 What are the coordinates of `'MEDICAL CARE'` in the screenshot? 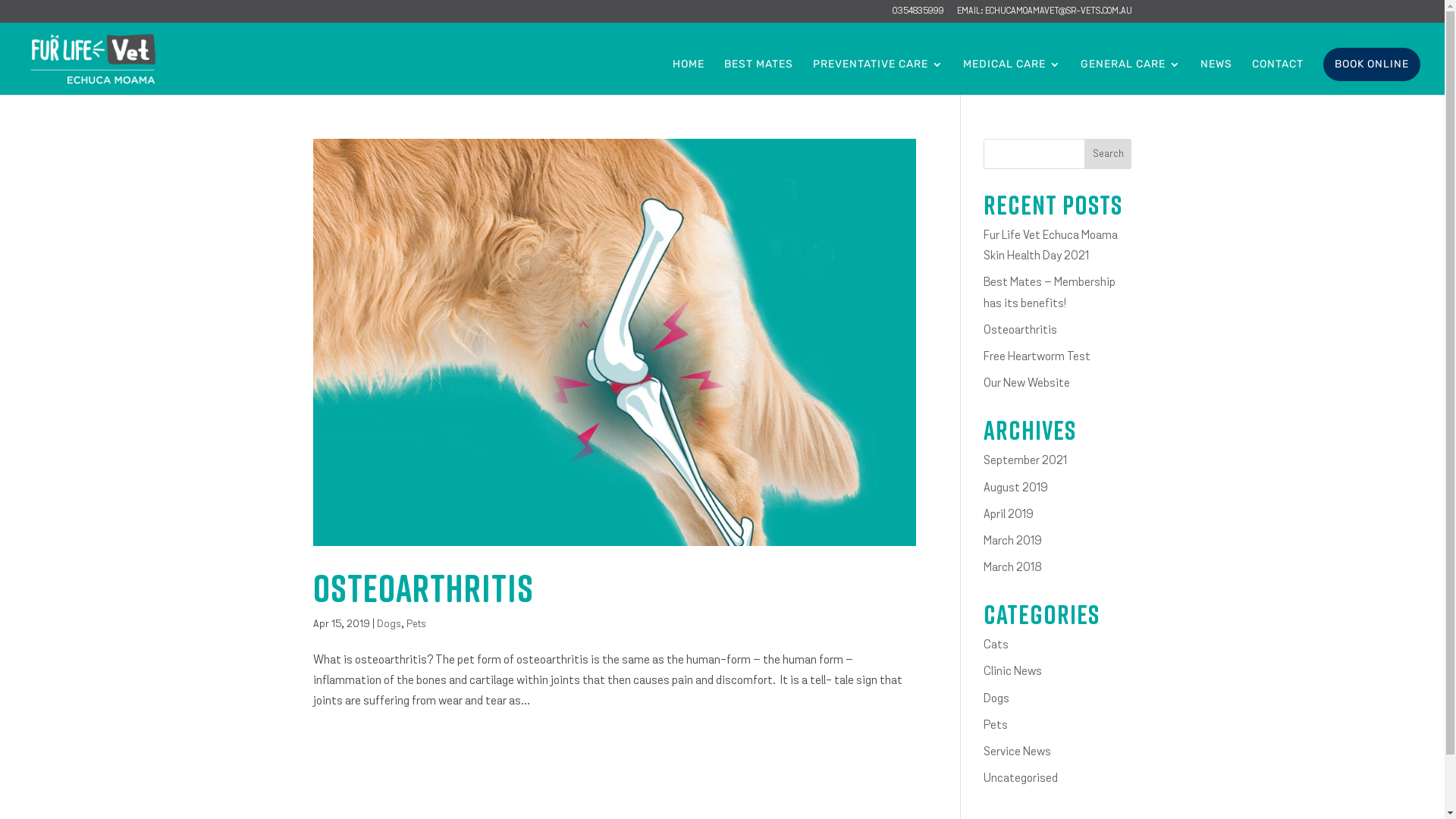 It's located at (1012, 77).